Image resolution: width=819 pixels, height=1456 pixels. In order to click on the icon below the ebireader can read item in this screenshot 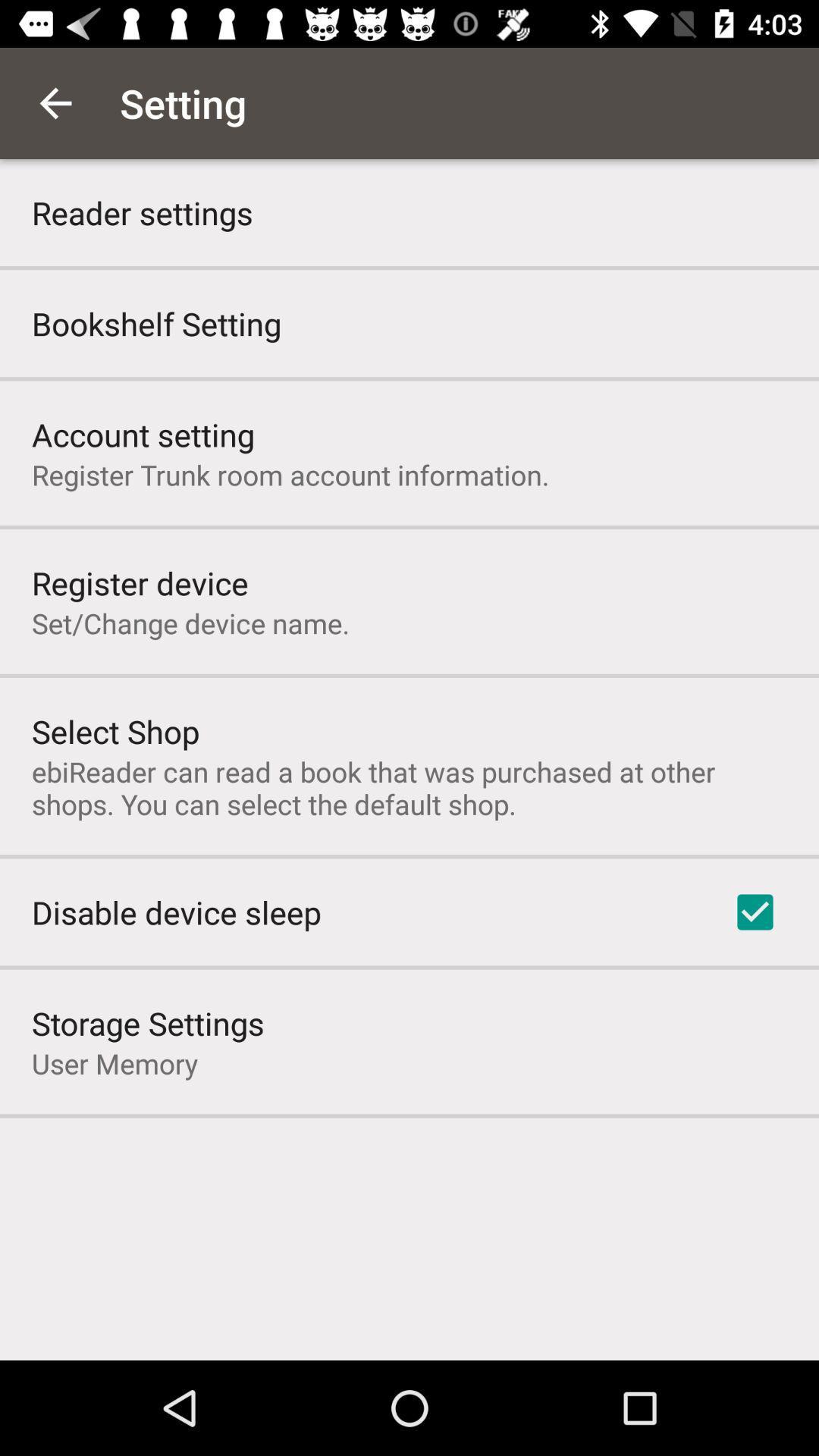, I will do `click(755, 912)`.